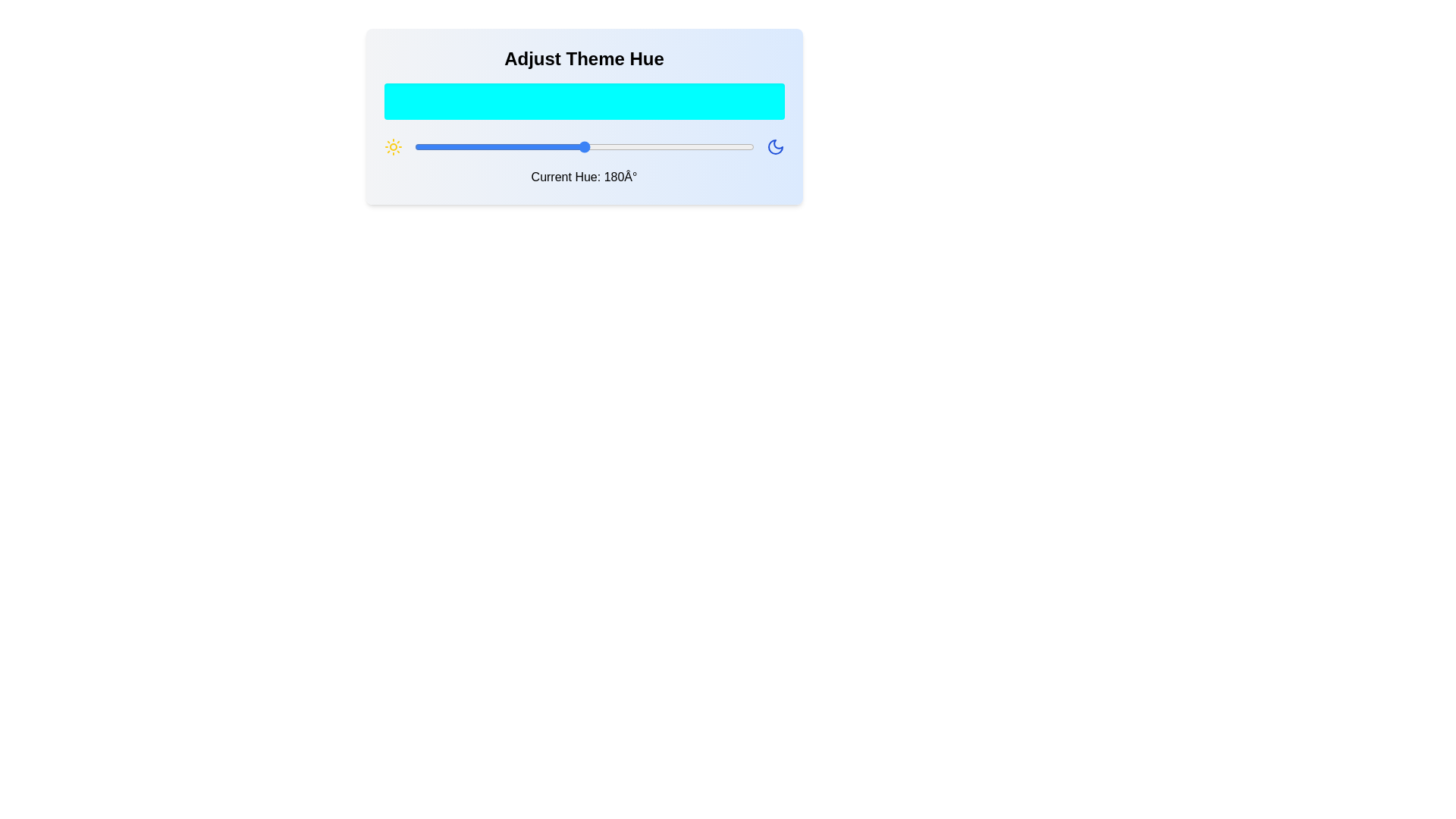 This screenshot has height=819, width=1456. Describe the element at coordinates (643, 146) in the screenshot. I see `the hue to 243 degrees by dragging the slider` at that location.